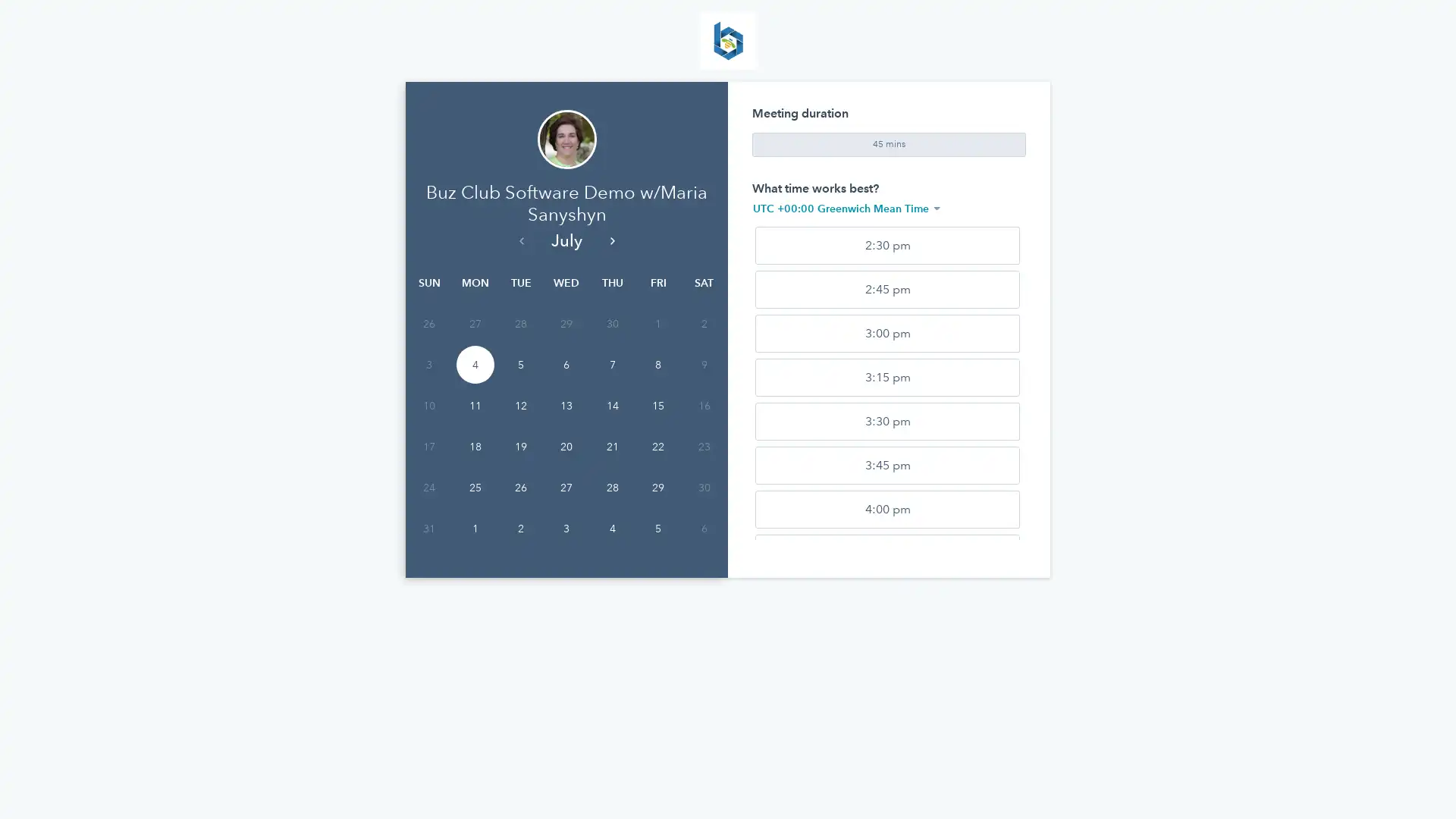 Image resolution: width=1456 pixels, height=819 pixels. What do you see at coordinates (428, 488) in the screenshot?
I see `July 24th` at bounding box center [428, 488].